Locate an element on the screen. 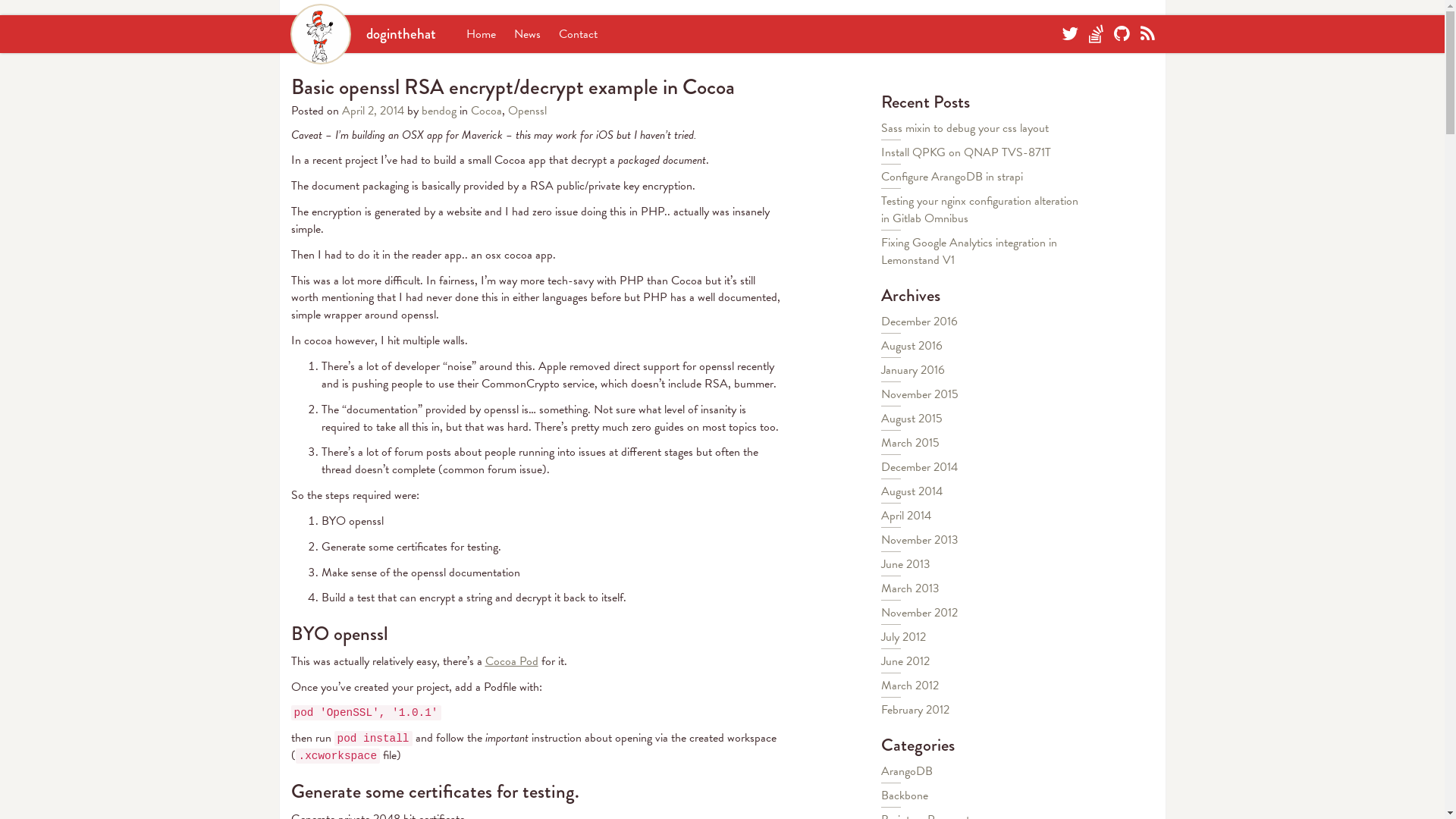 The height and width of the screenshot is (819, 1456). 'Sass mixin to debug your css layout' is located at coordinates (964, 127).